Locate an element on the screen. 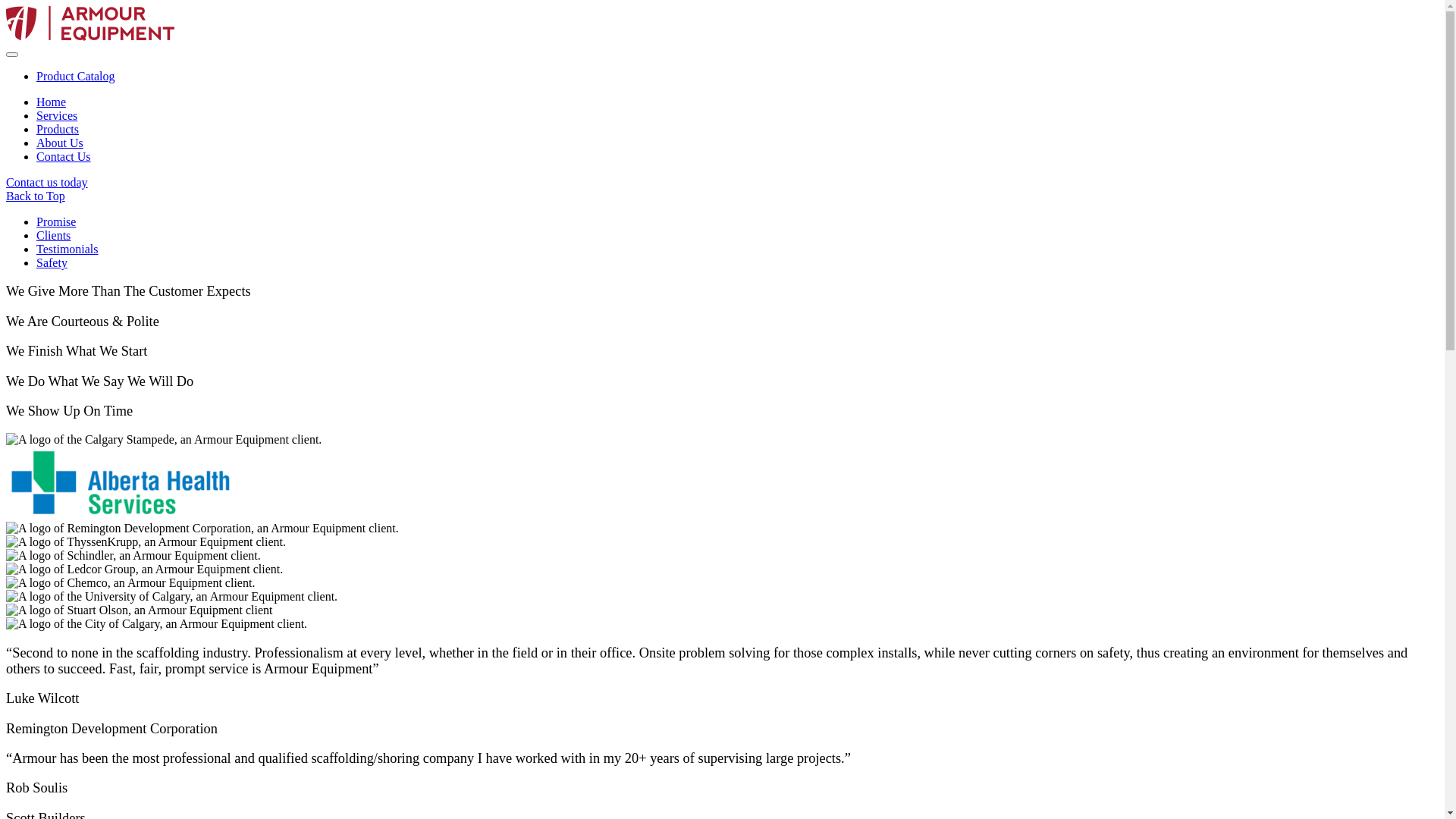 Image resolution: width=1456 pixels, height=819 pixels. 'Back to Top' is located at coordinates (721, 195).